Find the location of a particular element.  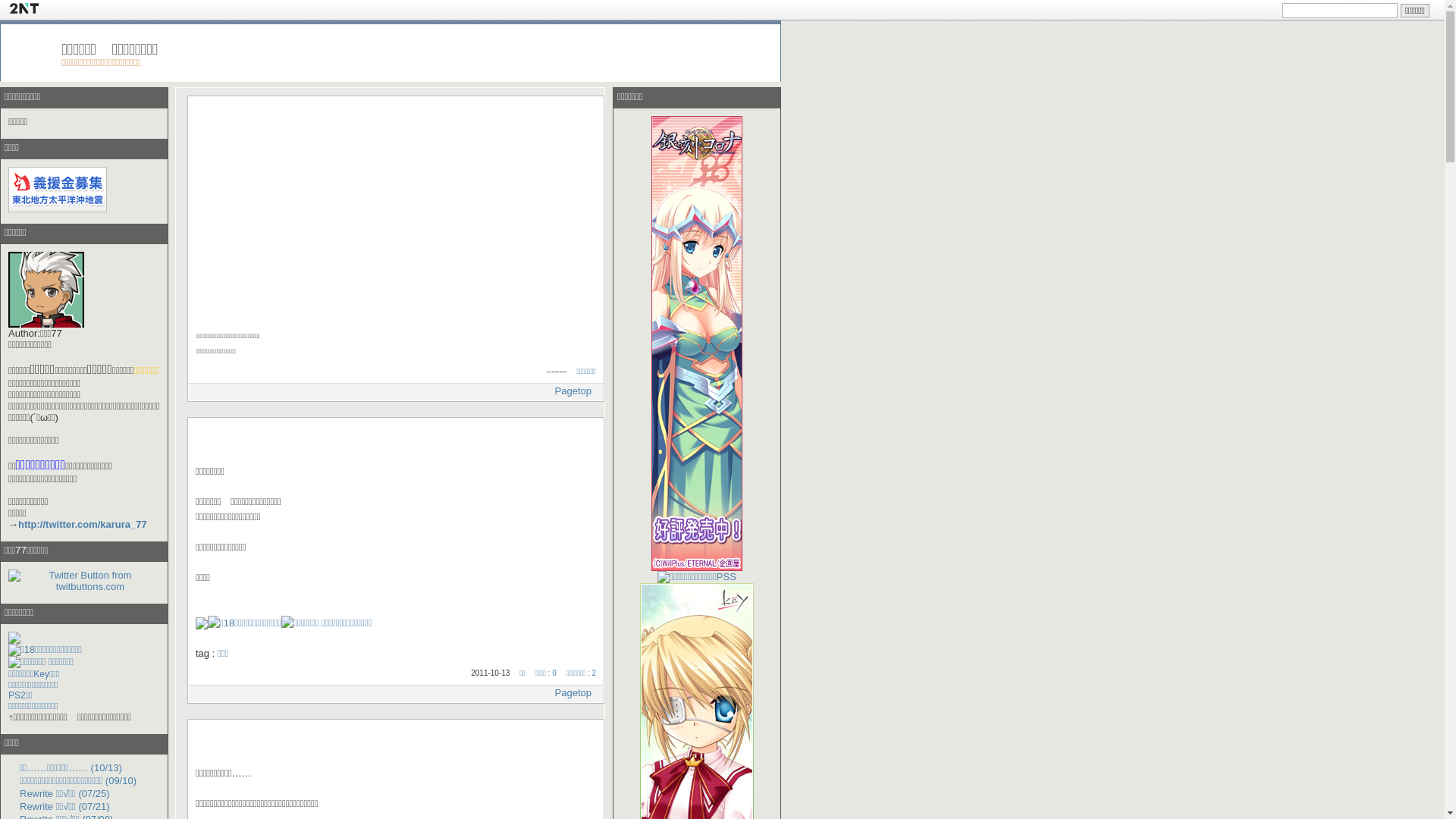

'http://twitter.com/karura_77' is located at coordinates (82, 523).